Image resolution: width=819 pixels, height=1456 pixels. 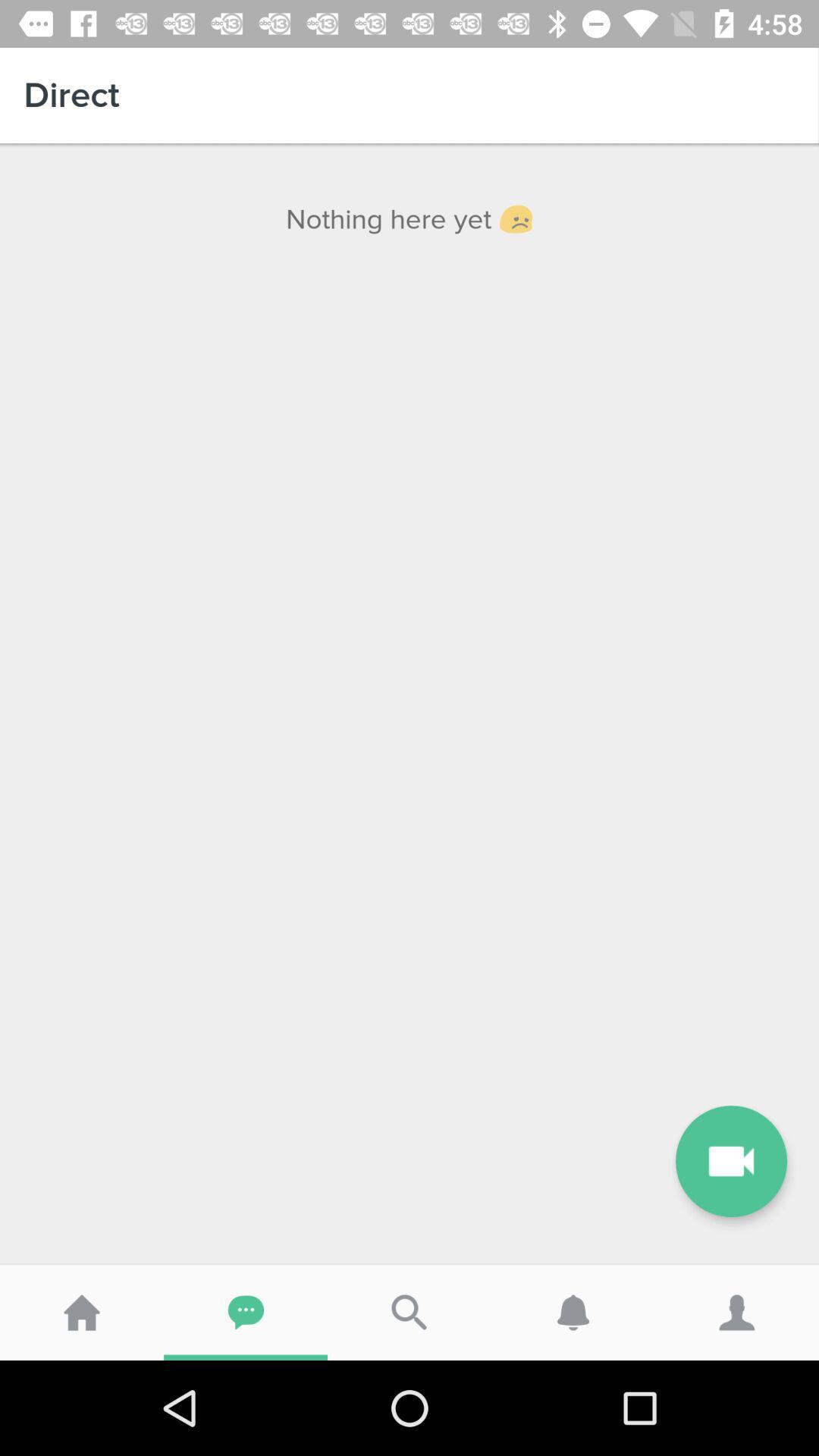 I want to click on direct, so click(x=409, y=94).